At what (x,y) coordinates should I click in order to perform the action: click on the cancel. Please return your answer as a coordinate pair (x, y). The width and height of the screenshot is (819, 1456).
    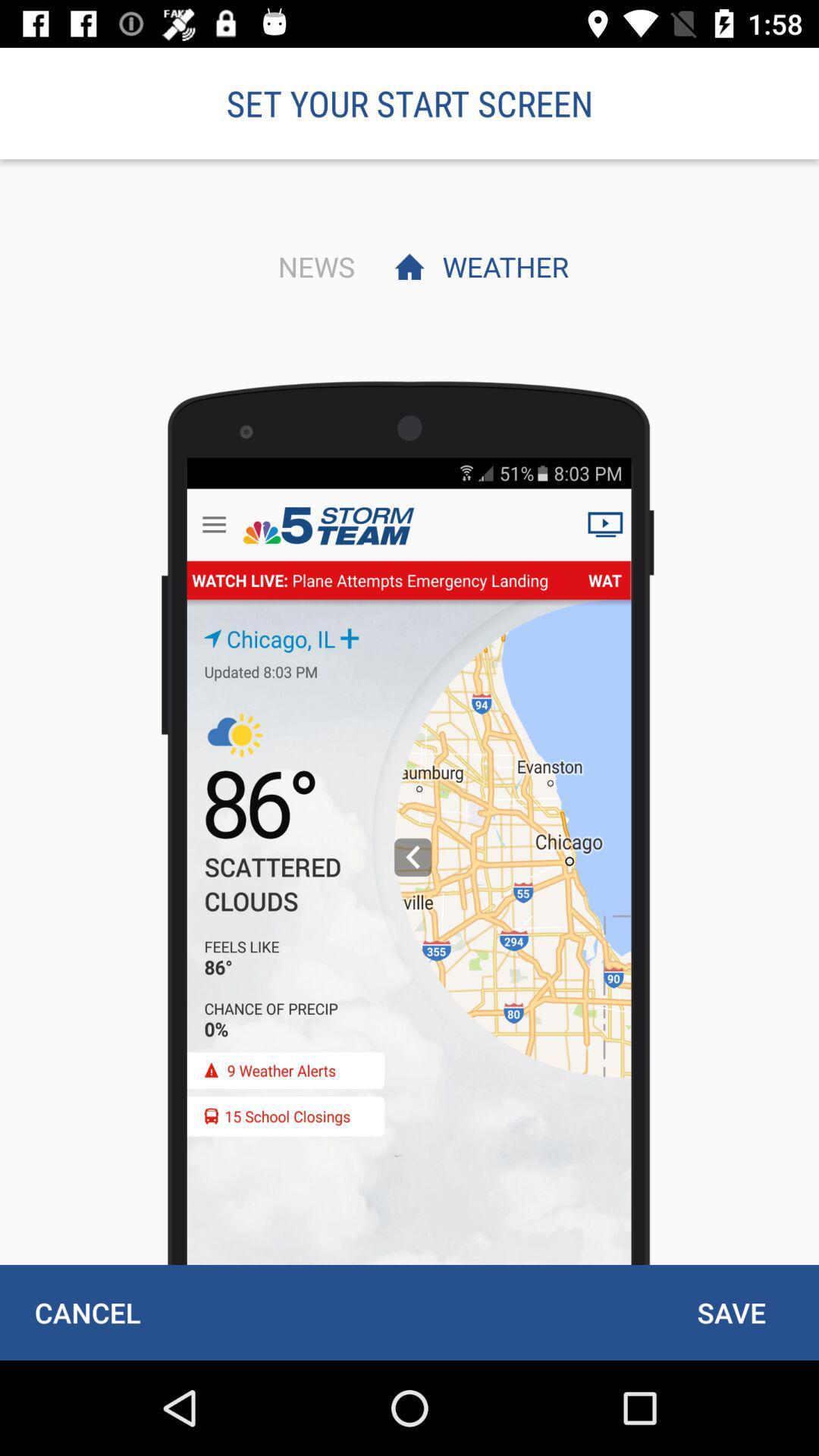
    Looking at the image, I should click on (87, 1312).